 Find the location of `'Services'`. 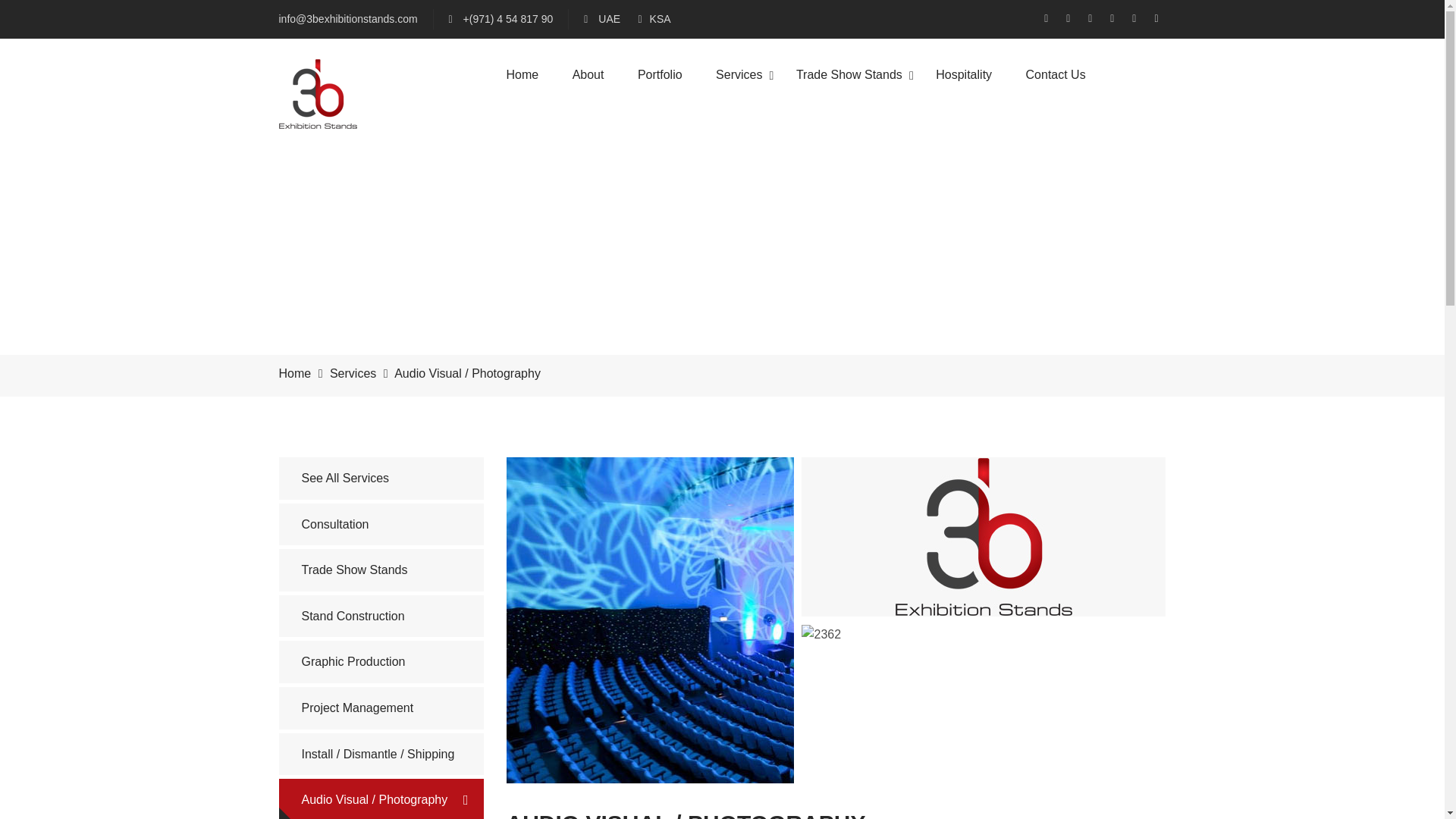

'Services' is located at coordinates (352, 373).